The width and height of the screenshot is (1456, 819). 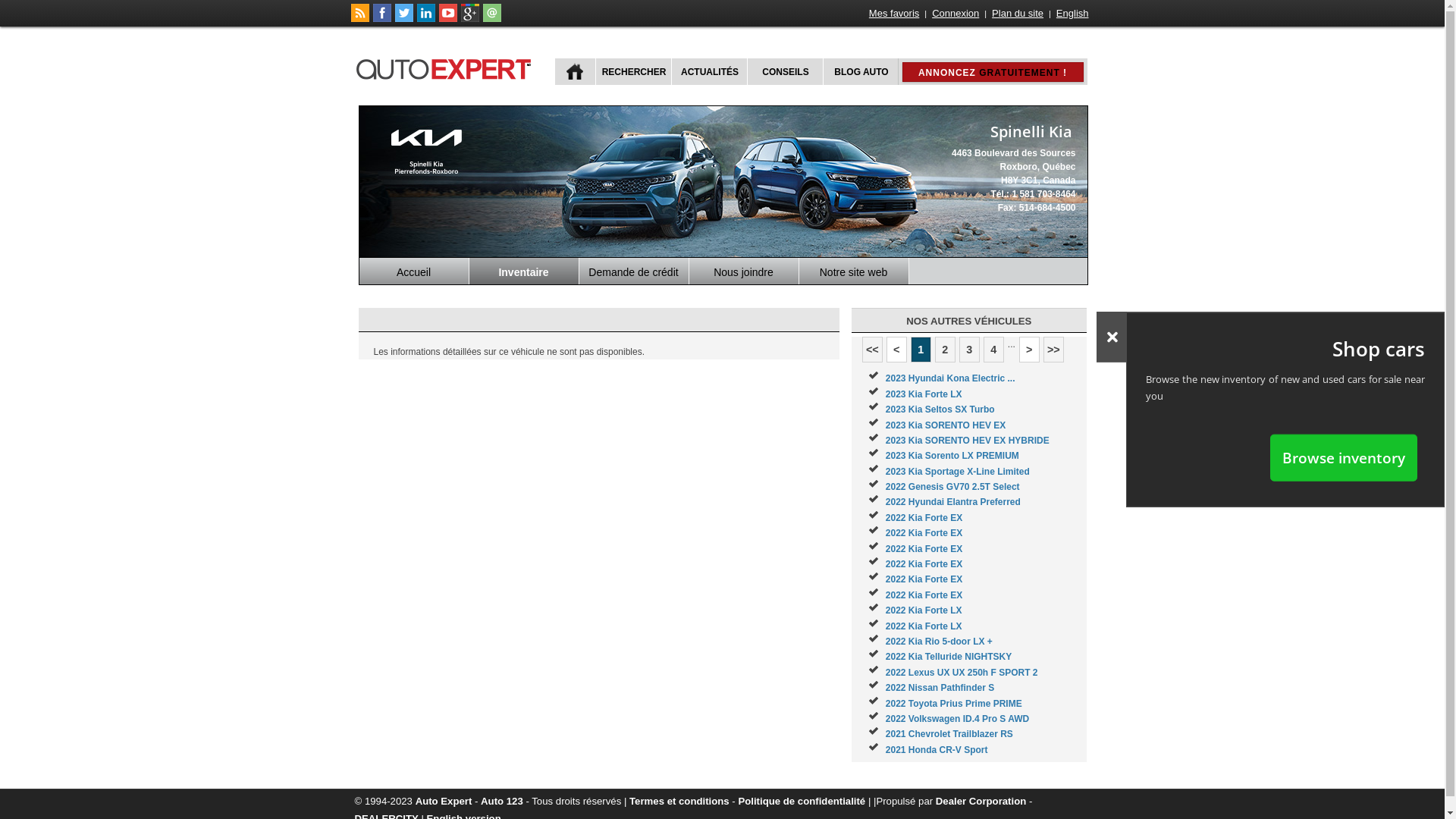 I want to click on '2023 Kia SORENTO HEV EX', so click(x=885, y=425).